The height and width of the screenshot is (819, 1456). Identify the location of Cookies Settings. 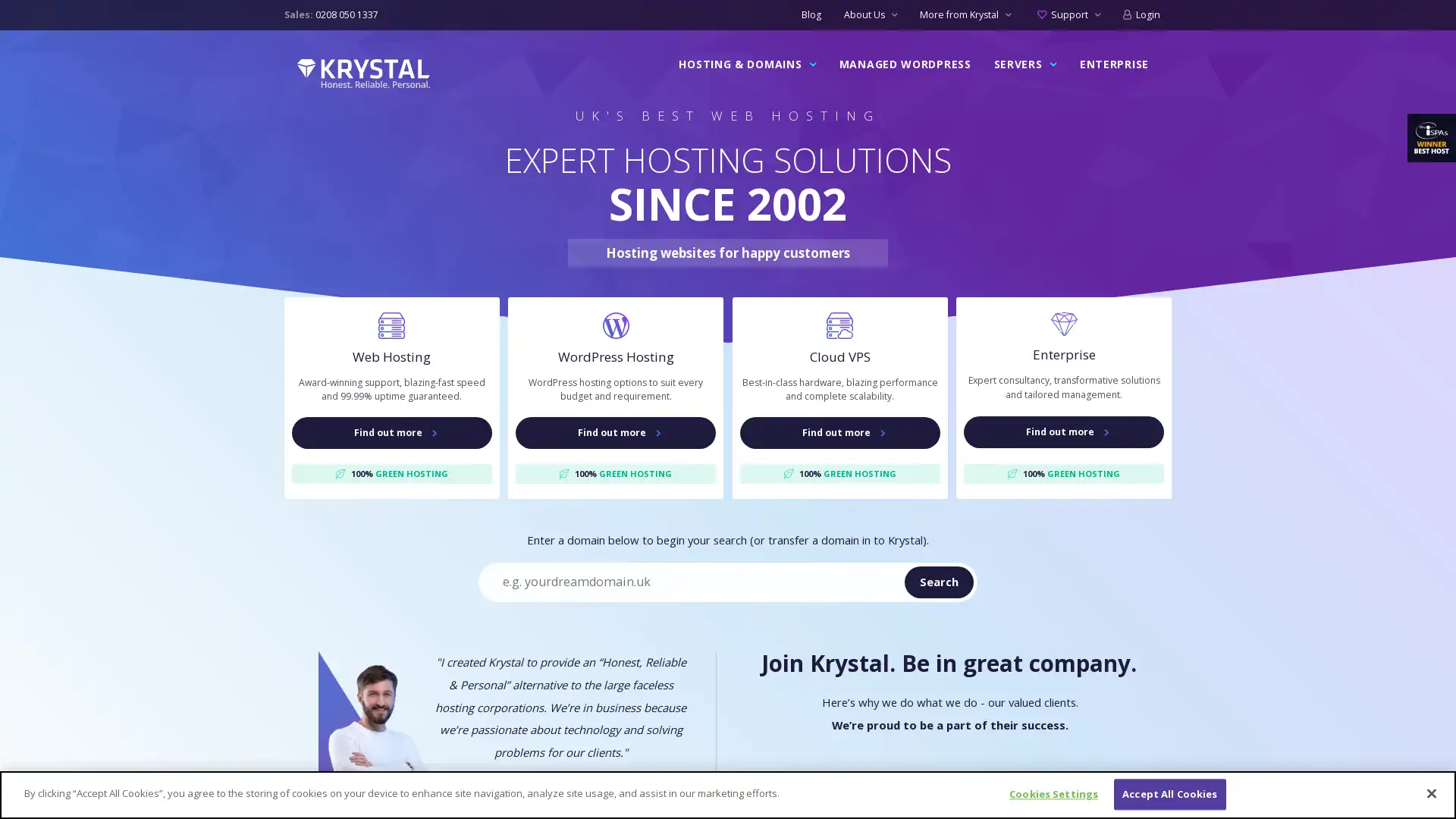
(1053, 793).